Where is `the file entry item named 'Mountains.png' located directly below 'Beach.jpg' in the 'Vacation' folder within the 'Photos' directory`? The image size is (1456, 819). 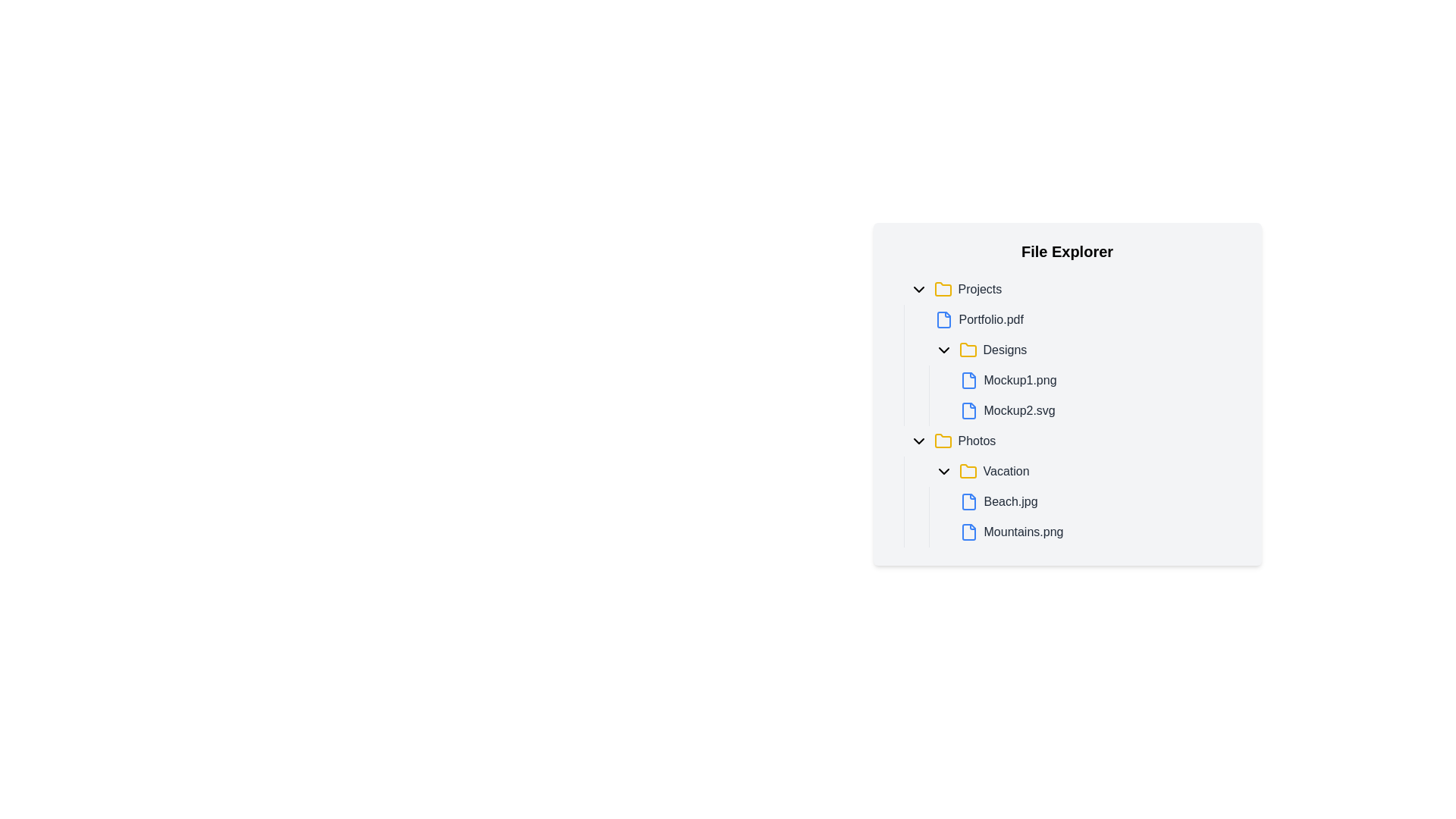 the file entry item named 'Mountains.png' located directly below 'Beach.jpg' in the 'Vacation' folder within the 'Photos' directory is located at coordinates (1098, 532).